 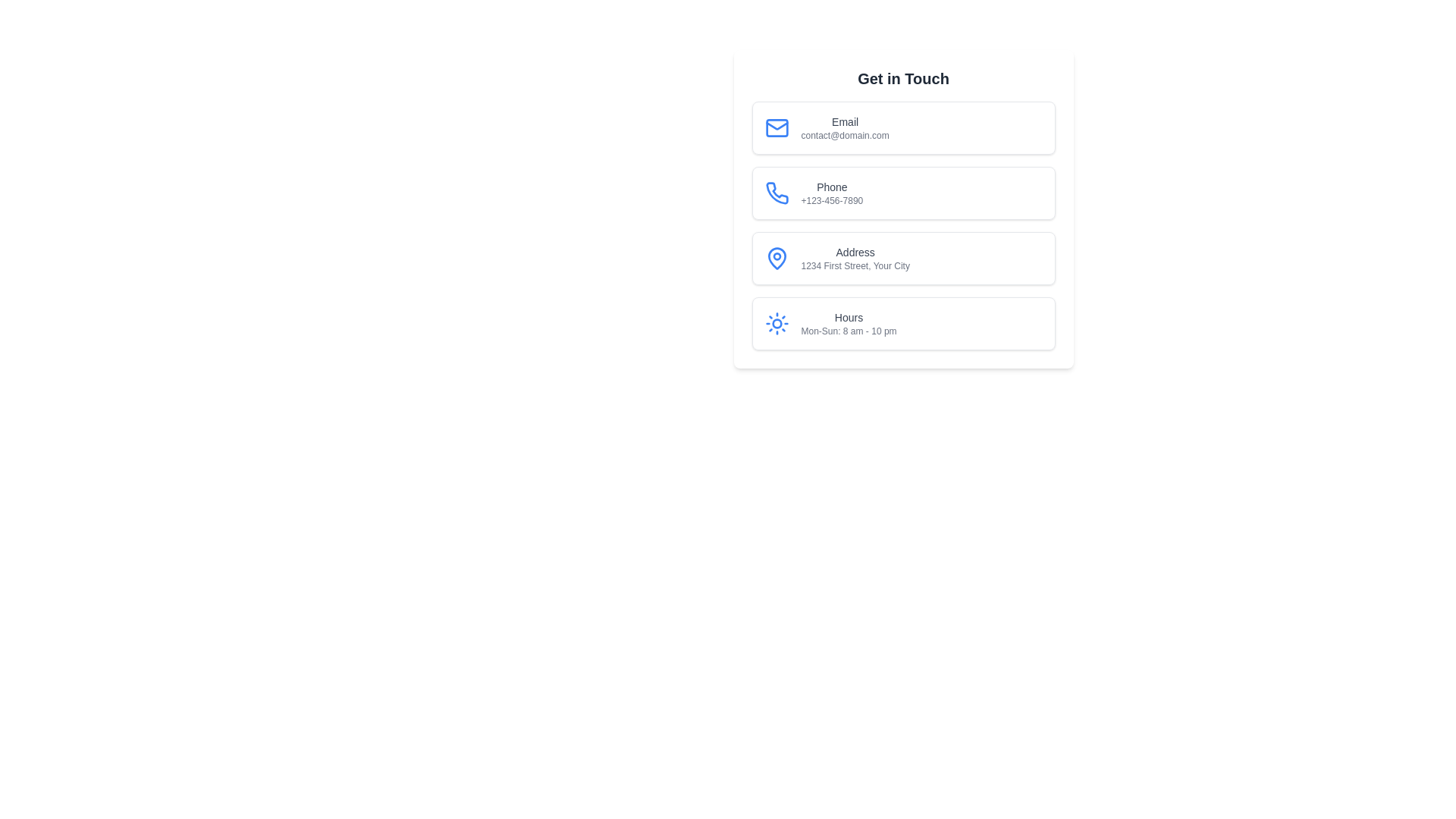 What do you see at coordinates (844, 121) in the screenshot?
I see `the 'Email' label located in the 'Get in Touch' section, which is styled with a small gray font and positioned above the email address 'contact@domain.com'` at bounding box center [844, 121].